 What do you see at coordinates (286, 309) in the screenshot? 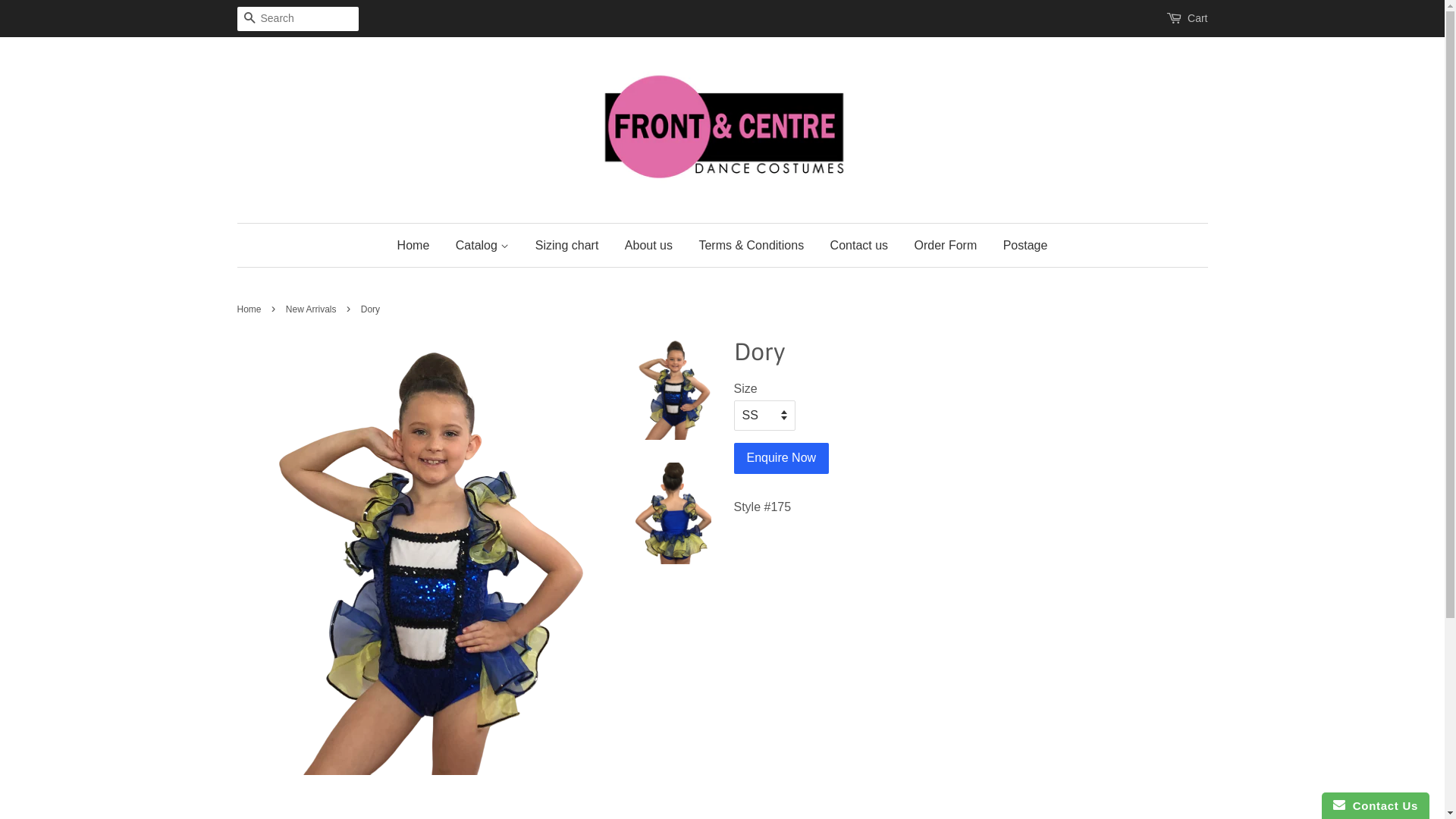
I see `'New Arrivals'` at bounding box center [286, 309].